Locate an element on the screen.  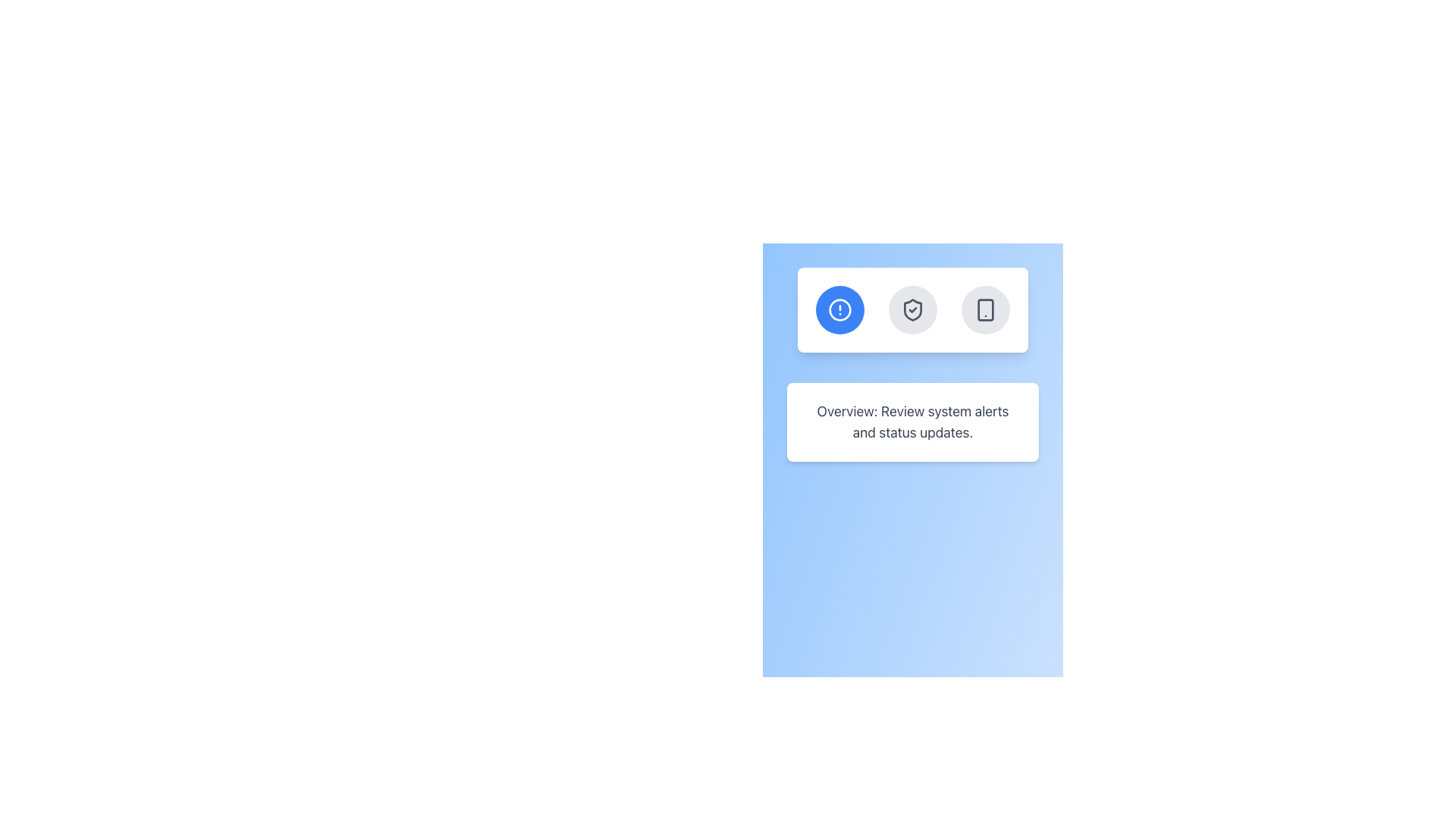
the 'Shield with Checkmark' icon, which is the middle icon in a group of three icons on a blue background panel, to interact with it is located at coordinates (912, 309).